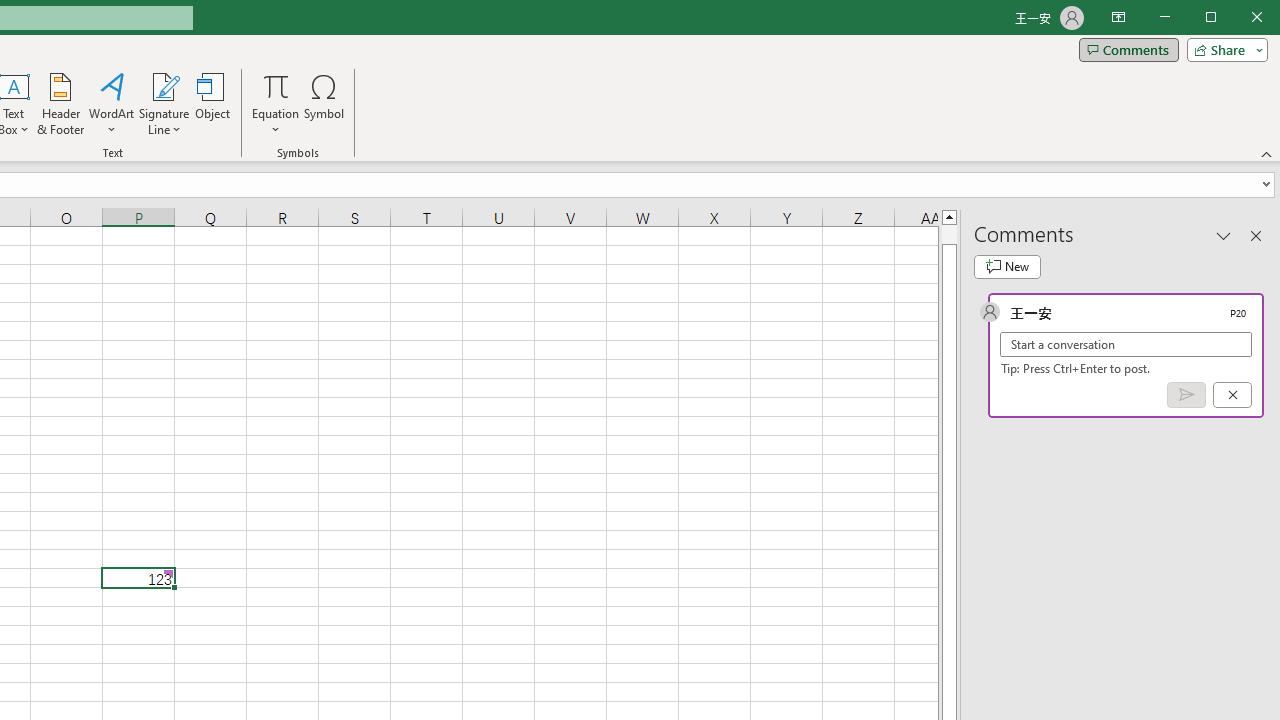 This screenshot has height=720, width=1280. I want to click on 'Symbol...', so click(324, 104).